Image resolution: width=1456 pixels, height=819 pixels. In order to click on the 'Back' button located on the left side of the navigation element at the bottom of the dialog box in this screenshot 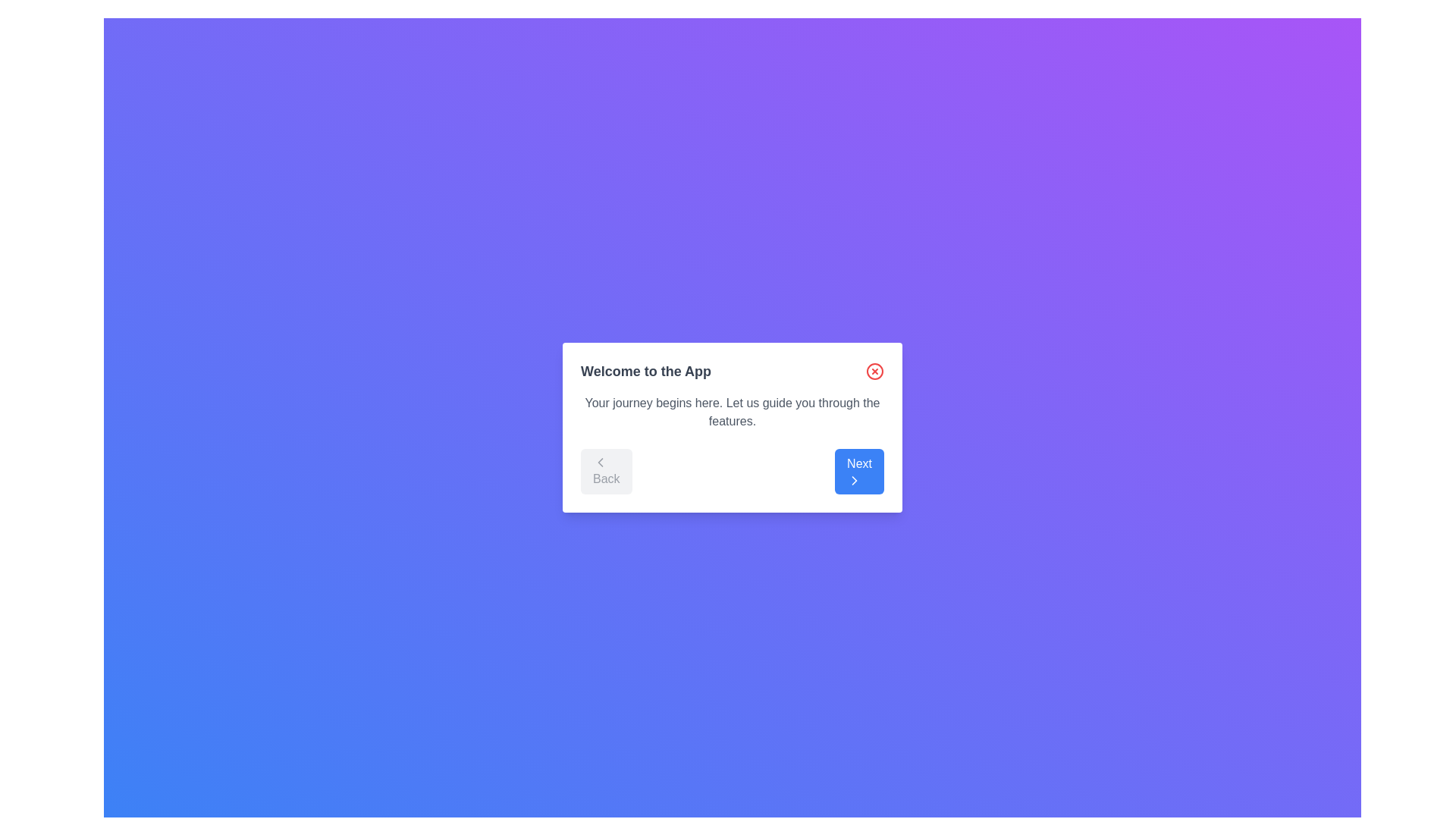, I will do `click(605, 470)`.